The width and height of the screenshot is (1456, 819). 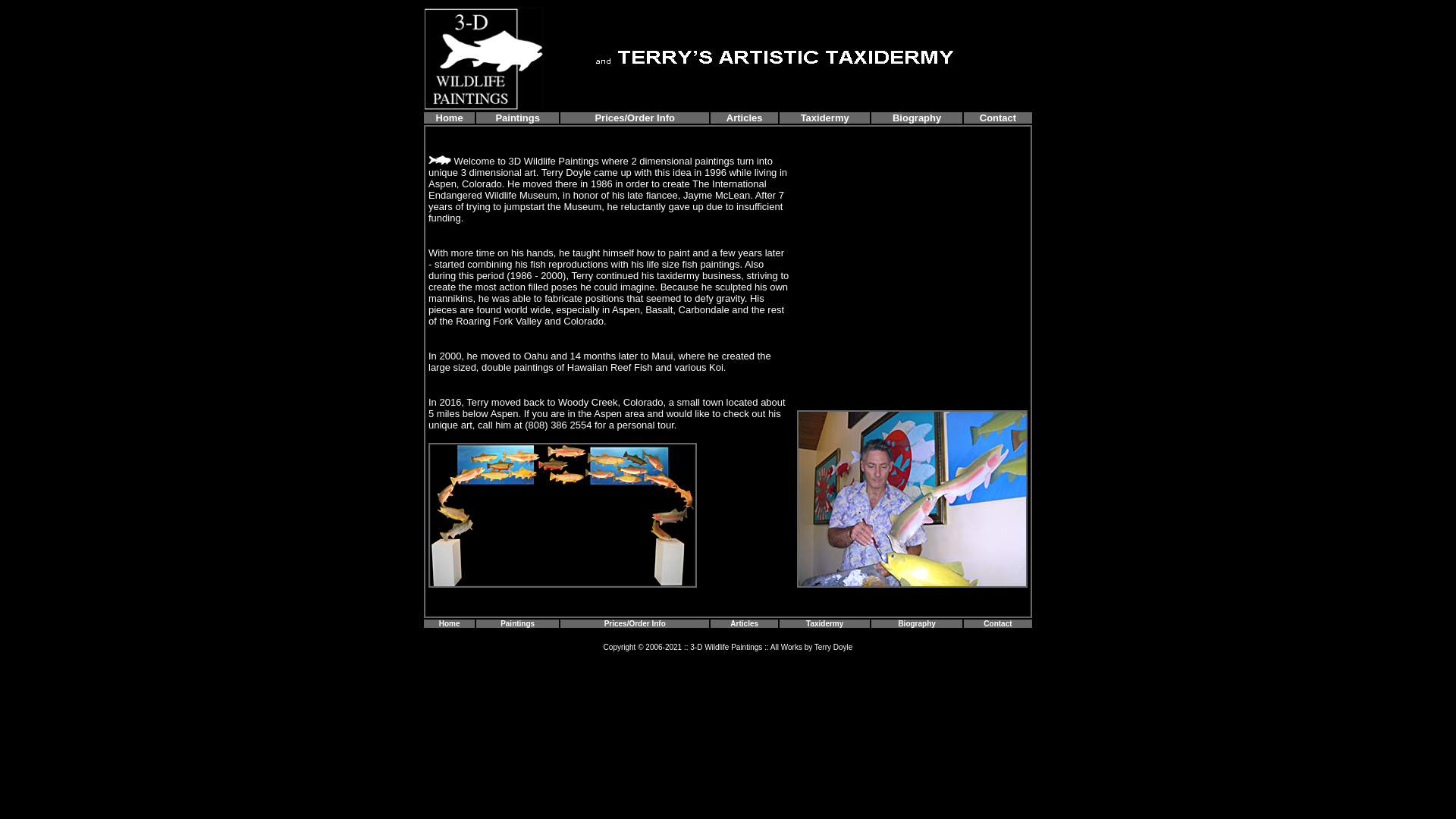 What do you see at coordinates (635, 623) in the screenshot?
I see `'Prices/Order Info'` at bounding box center [635, 623].